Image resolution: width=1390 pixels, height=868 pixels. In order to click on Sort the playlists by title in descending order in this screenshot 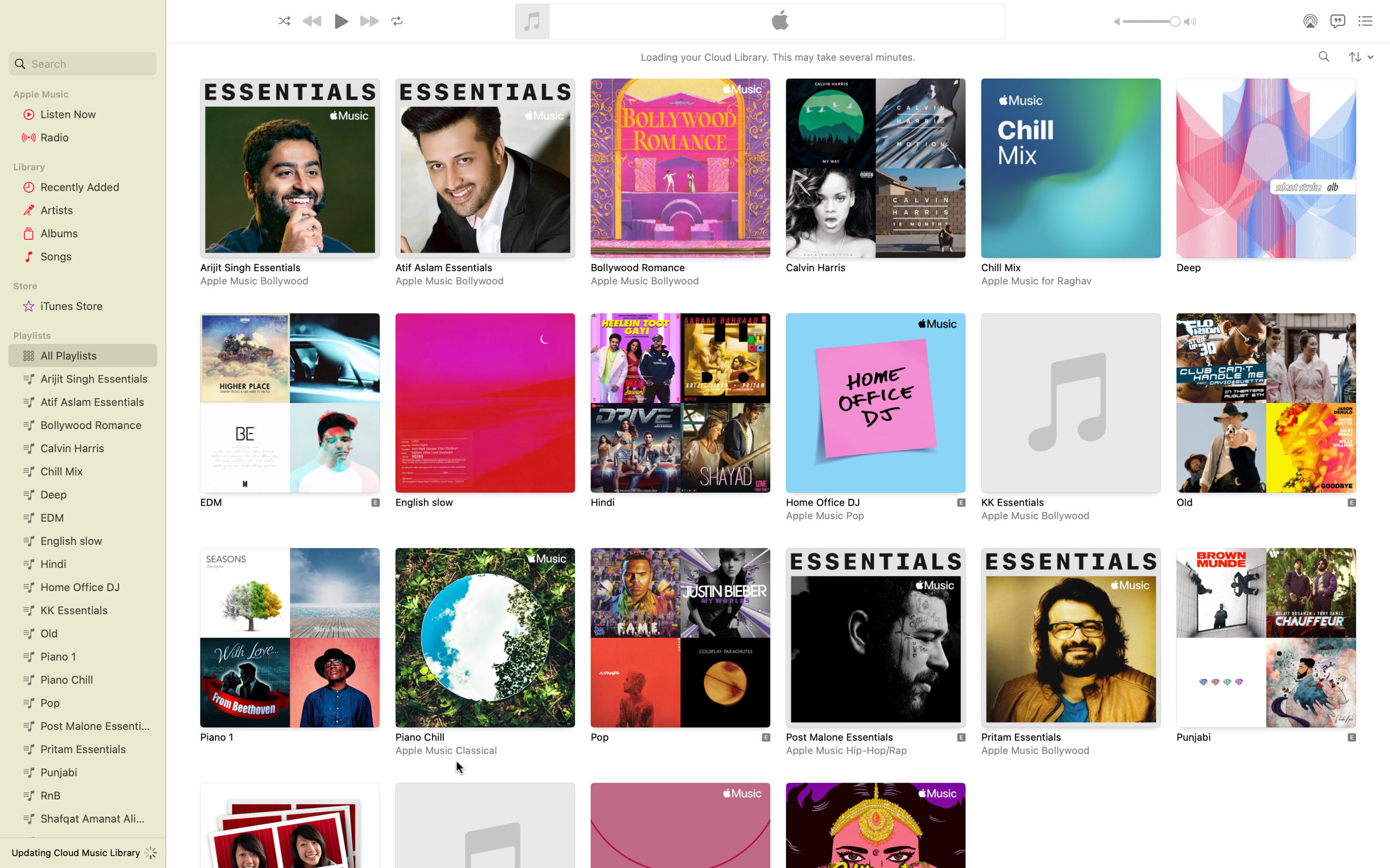, I will do `click(1360, 56)`.